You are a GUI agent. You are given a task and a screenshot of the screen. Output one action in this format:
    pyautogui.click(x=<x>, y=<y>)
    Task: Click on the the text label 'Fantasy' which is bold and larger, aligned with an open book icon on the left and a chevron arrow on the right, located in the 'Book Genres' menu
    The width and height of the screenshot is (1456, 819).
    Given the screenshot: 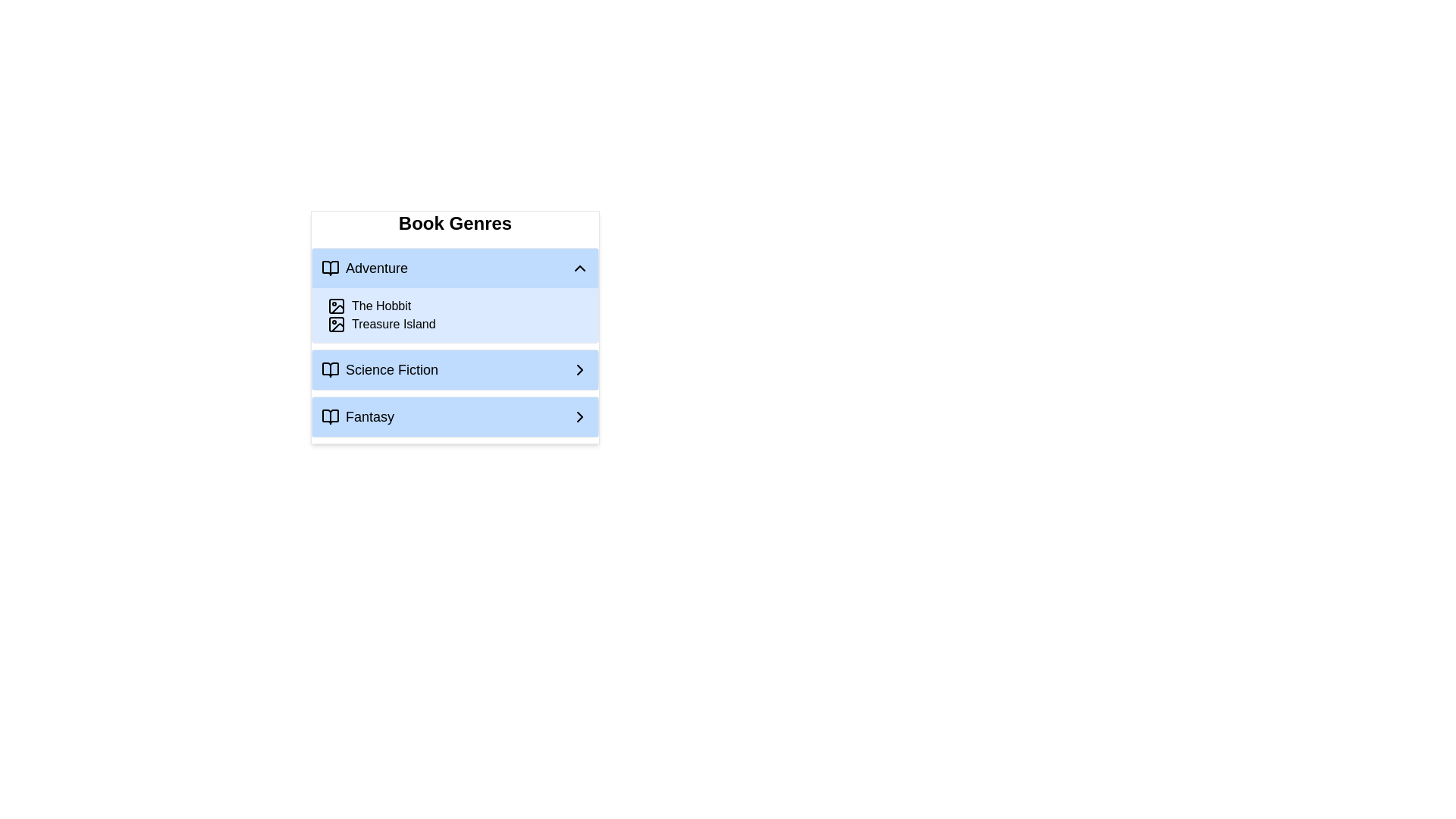 What is the action you would take?
    pyautogui.click(x=356, y=417)
    